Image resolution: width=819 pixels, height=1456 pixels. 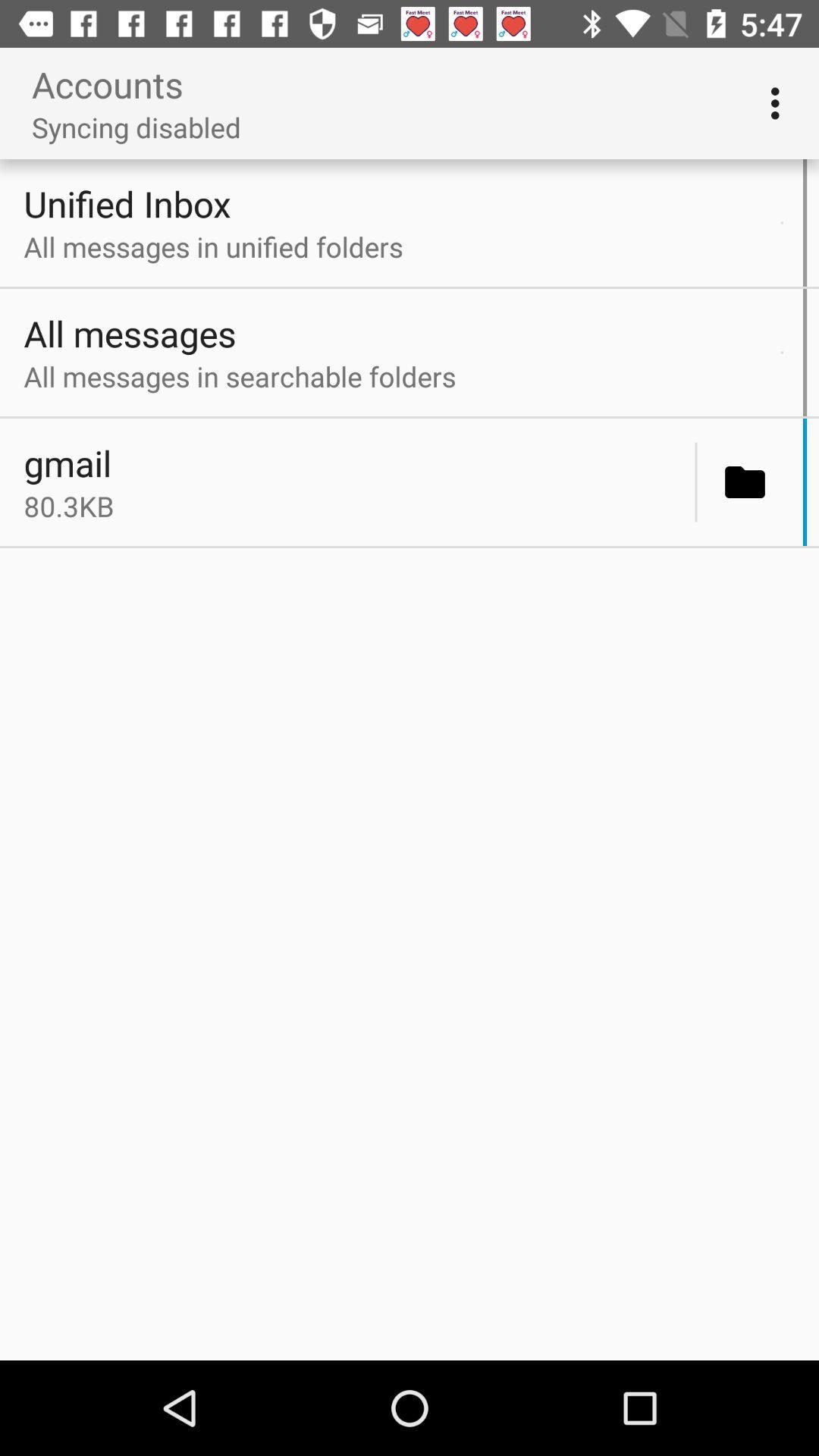 I want to click on icon above all messages in, so click(x=397, y=202).